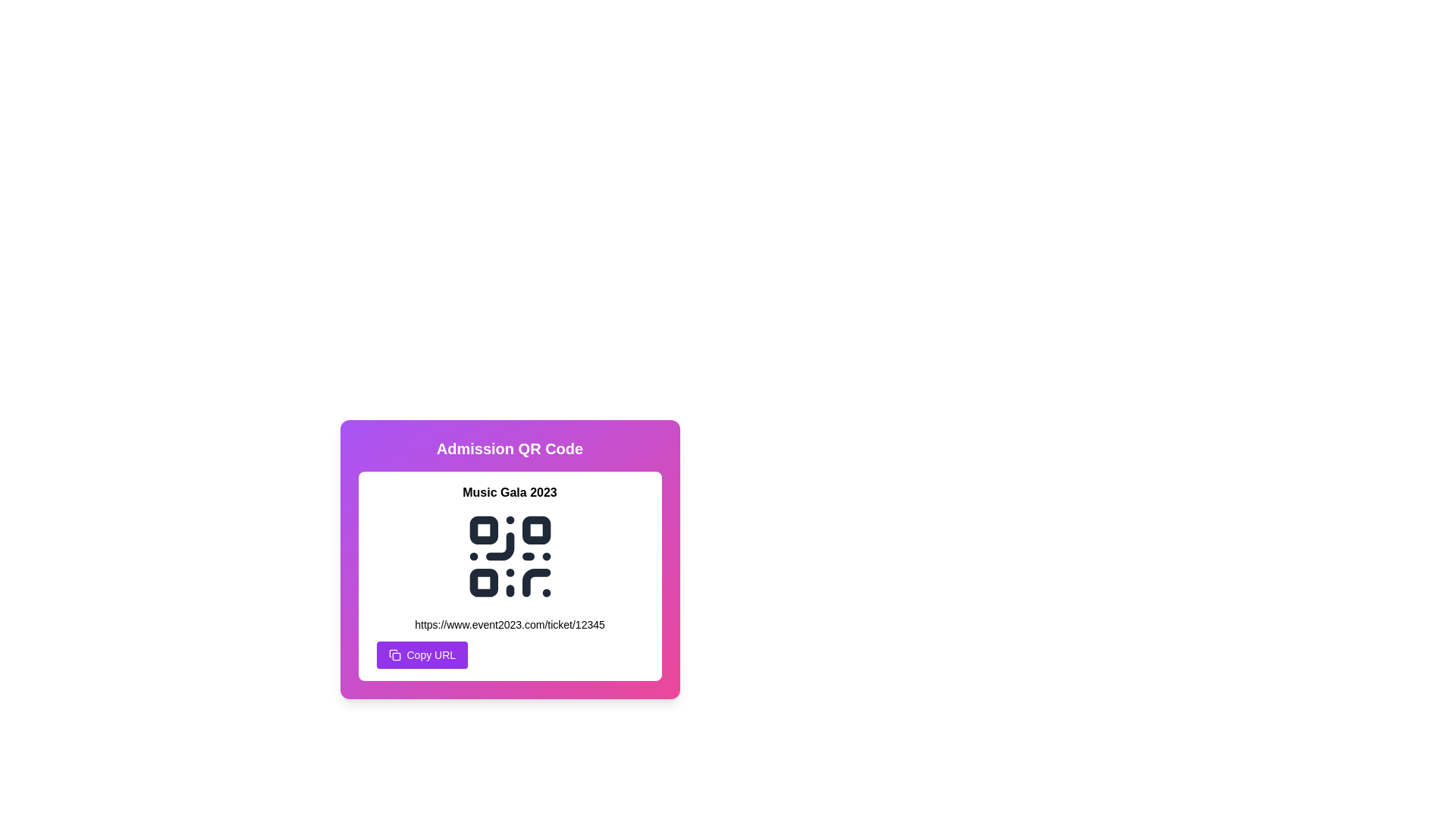 The image size is (1456, 819). Describe the element at coordinates (396, 656) in the screenshot. I see `the 'Copy URL' button, which contains the copy icon located at the bottom-left part of the button` at that location.